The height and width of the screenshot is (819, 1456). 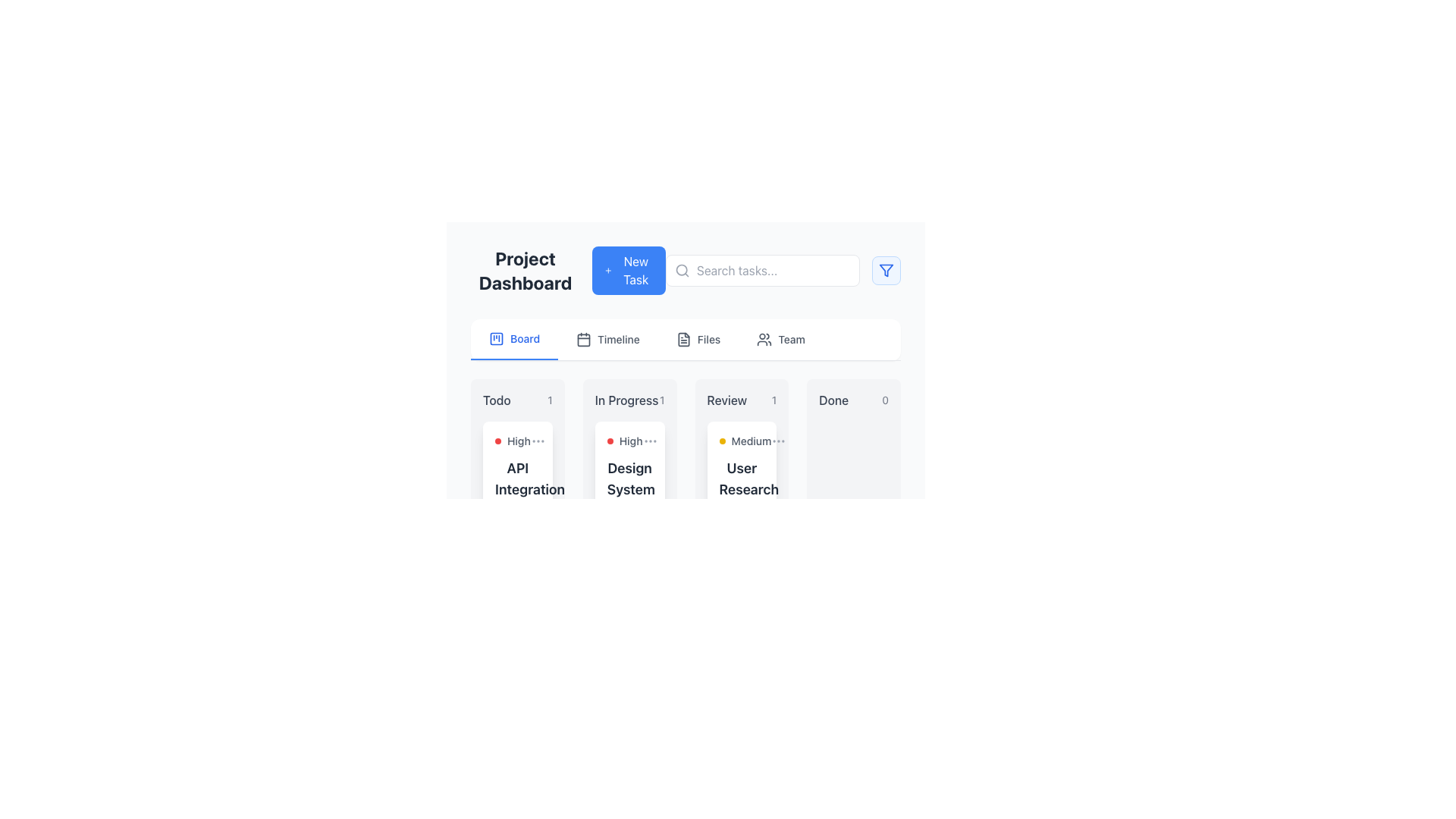 I want to click on the square button with a blue filter icon in its center, located at the far right of the horizontal grouping in the upper-center section of the interface, so click(x=886, y=270).